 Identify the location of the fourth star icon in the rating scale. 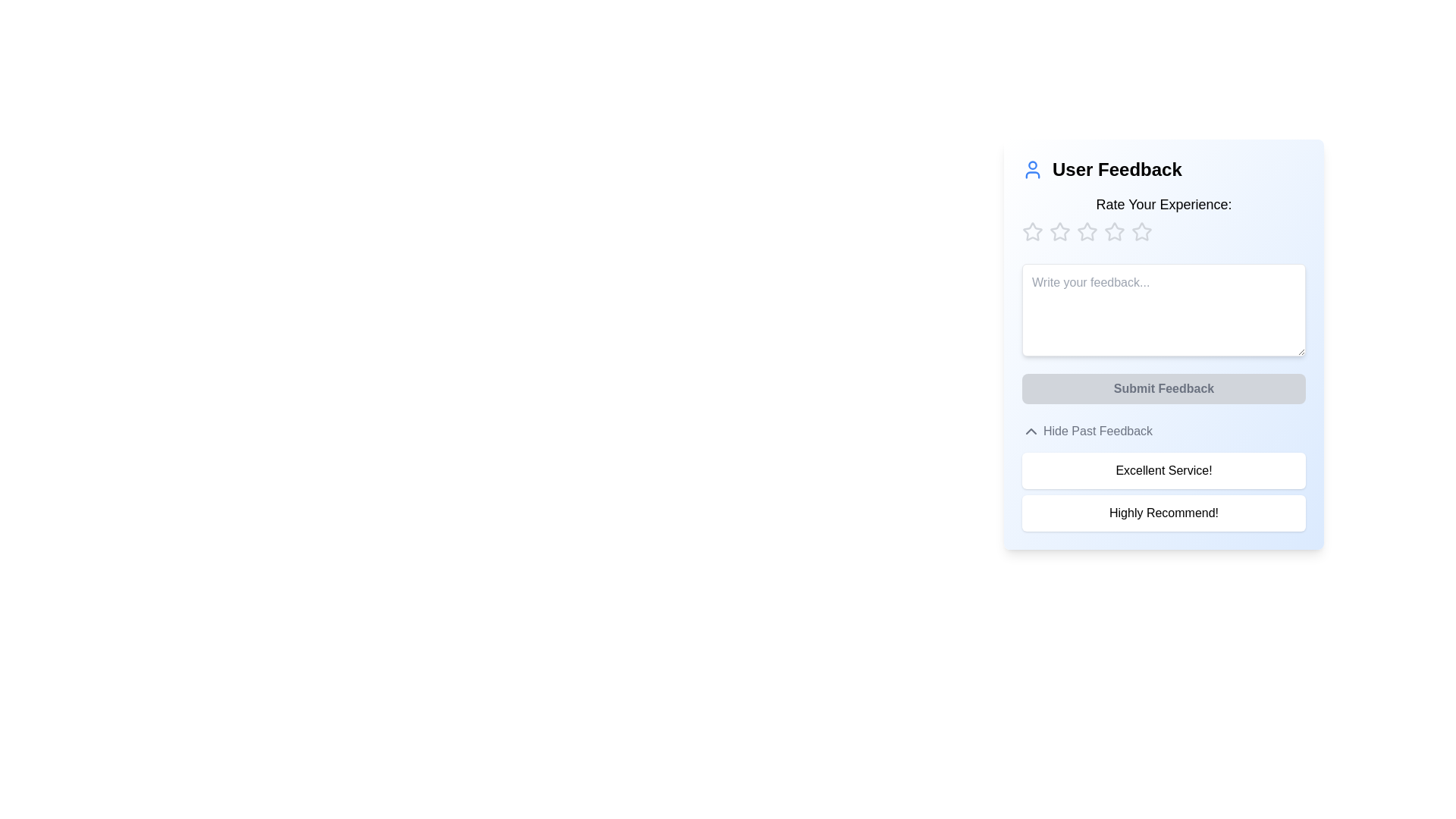
(1142, 231).